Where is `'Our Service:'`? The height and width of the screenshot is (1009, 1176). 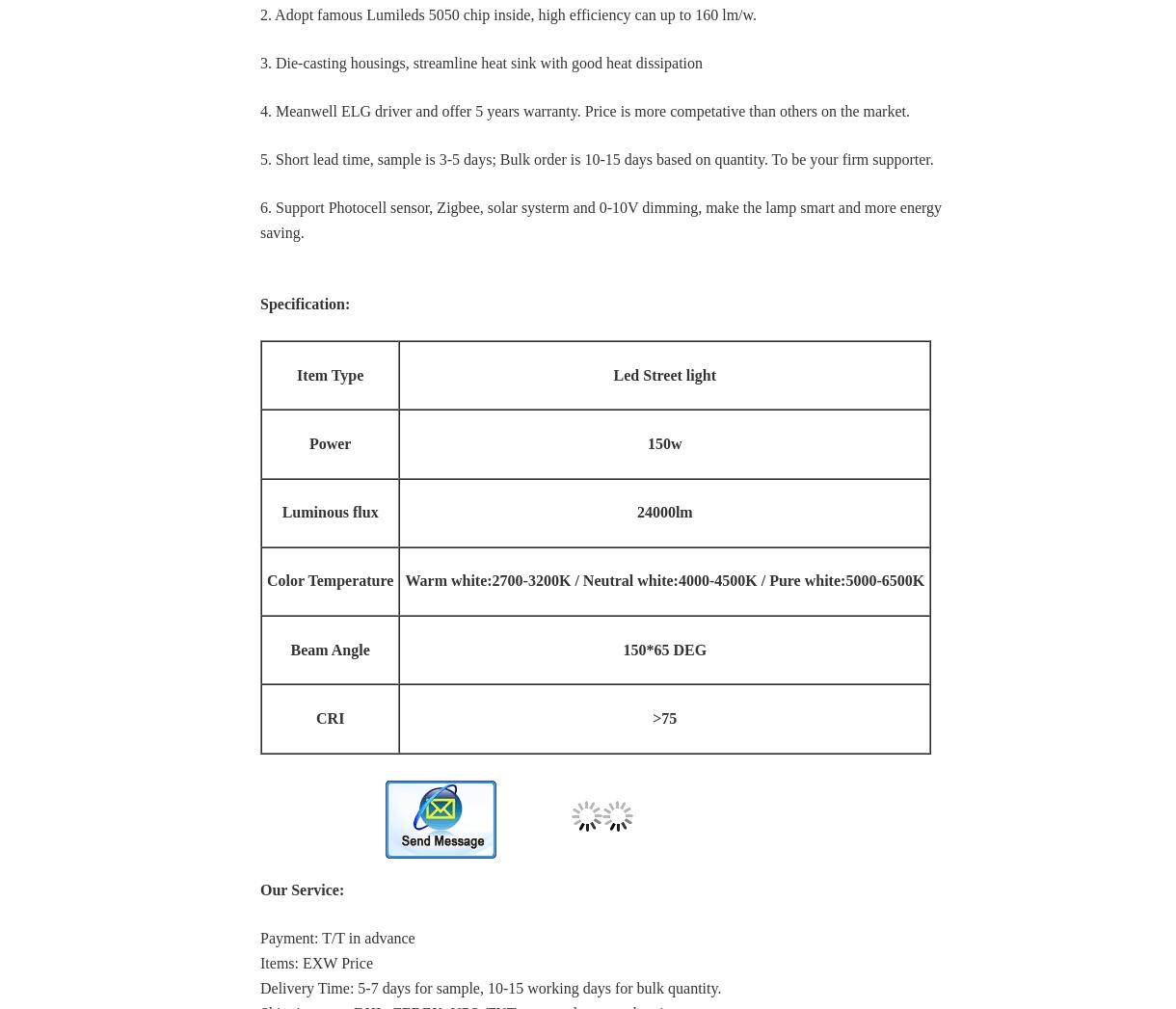
'Our Service:' is located at coordinates (302, 889).